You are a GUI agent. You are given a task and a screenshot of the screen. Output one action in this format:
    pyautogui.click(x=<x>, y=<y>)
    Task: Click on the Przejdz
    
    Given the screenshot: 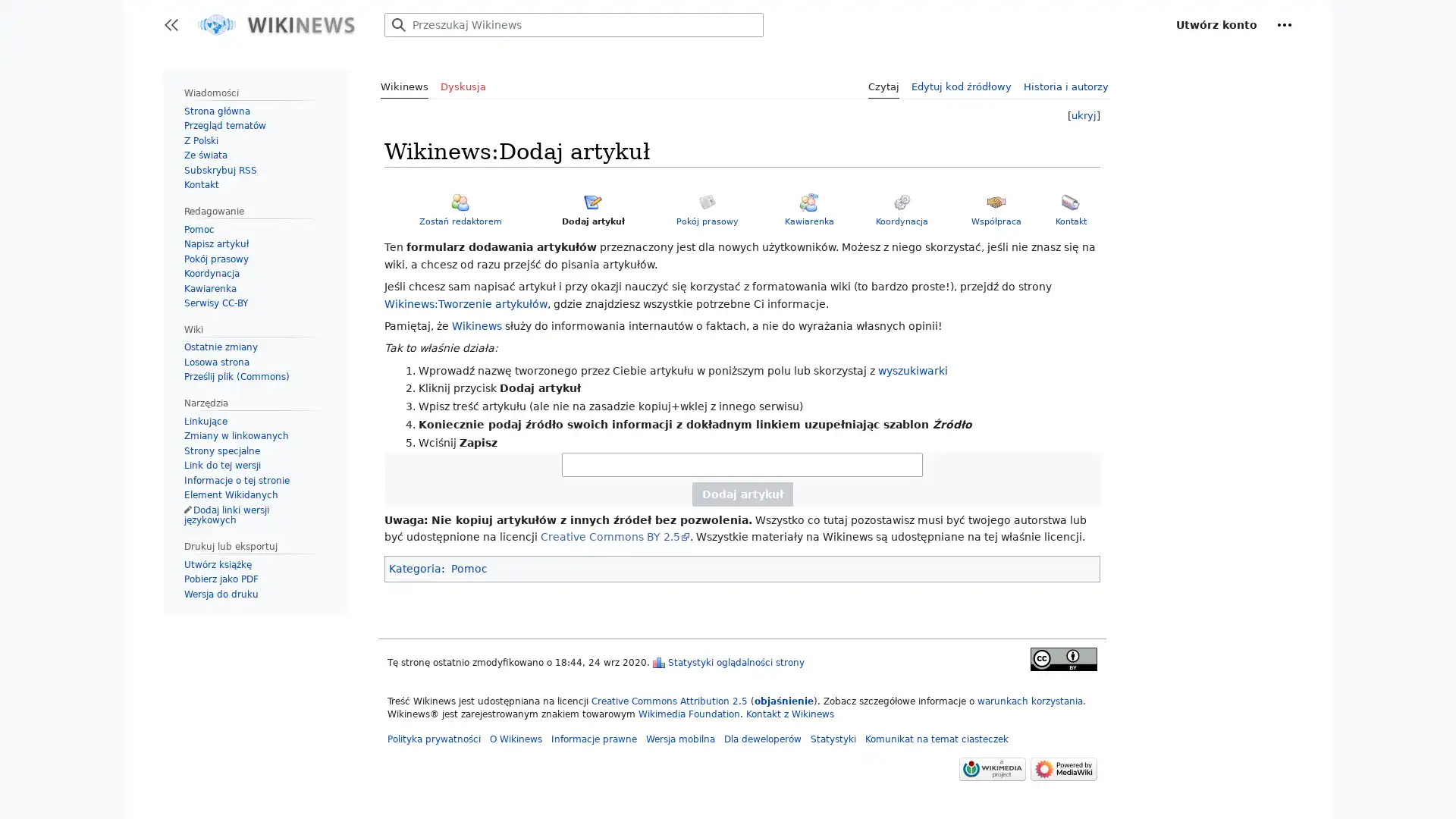 What is the action you would take?
    pyautogui.click(x=399, y=25)
    